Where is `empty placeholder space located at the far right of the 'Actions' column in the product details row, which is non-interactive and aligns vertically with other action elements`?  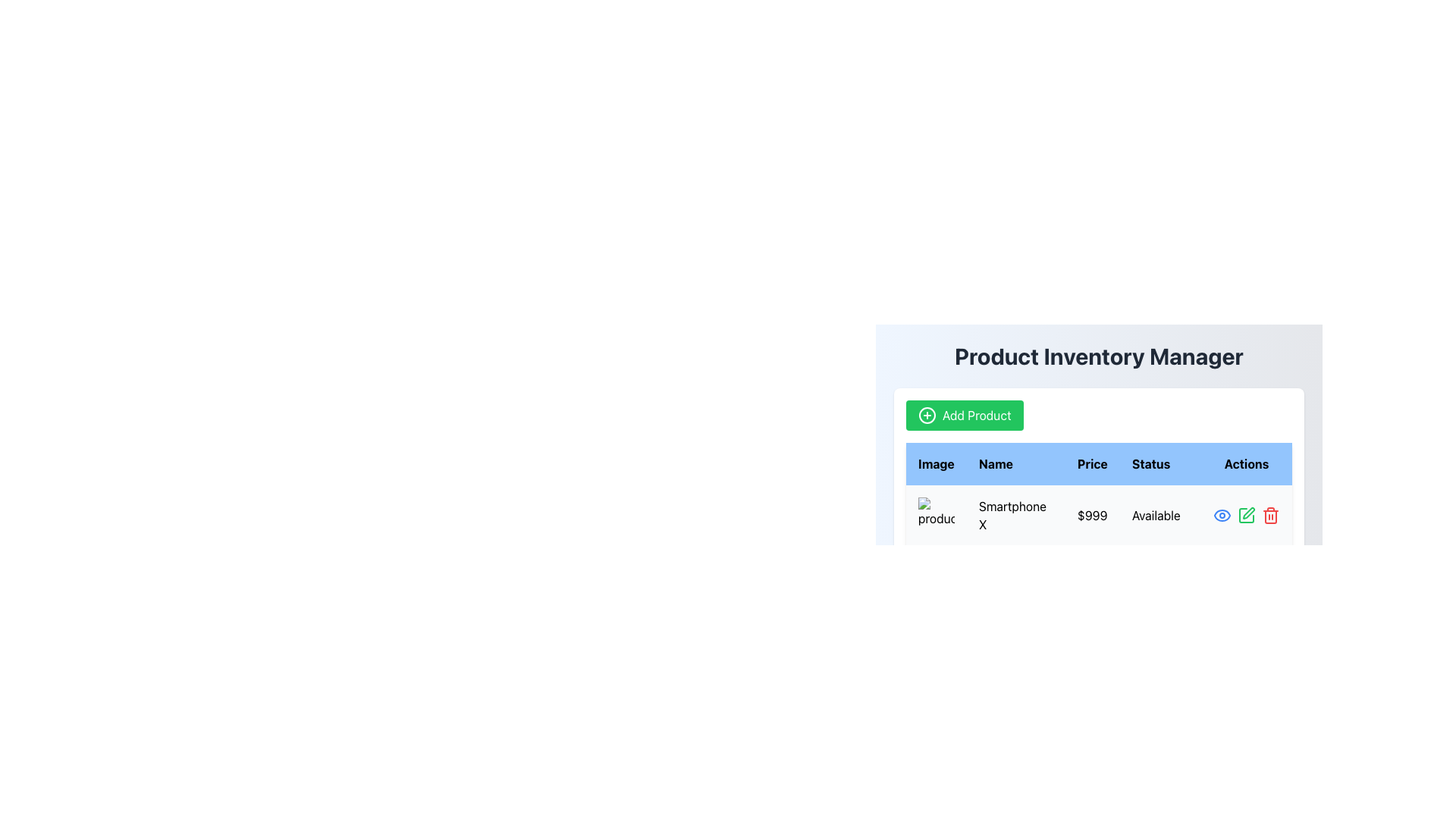 empty placeholder space located at the far right of the 'Actions' column in the product details row, which is non-interactive and aligns vertically with other action elements is located at coordinates (1246, 576).